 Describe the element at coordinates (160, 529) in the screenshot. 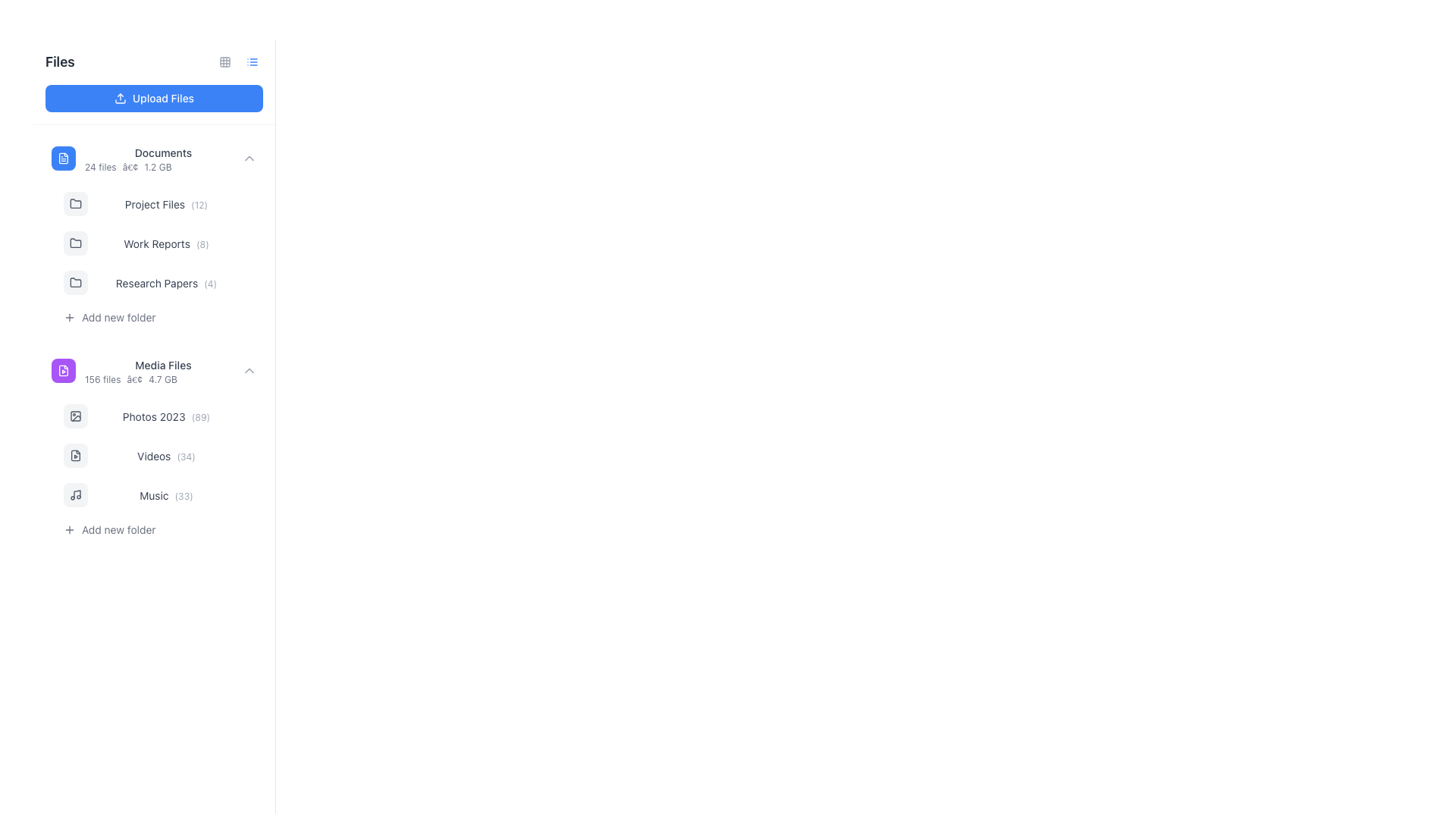

I see `the button located at the bottom of the 'Media Files' section to create a new folder` at that location.